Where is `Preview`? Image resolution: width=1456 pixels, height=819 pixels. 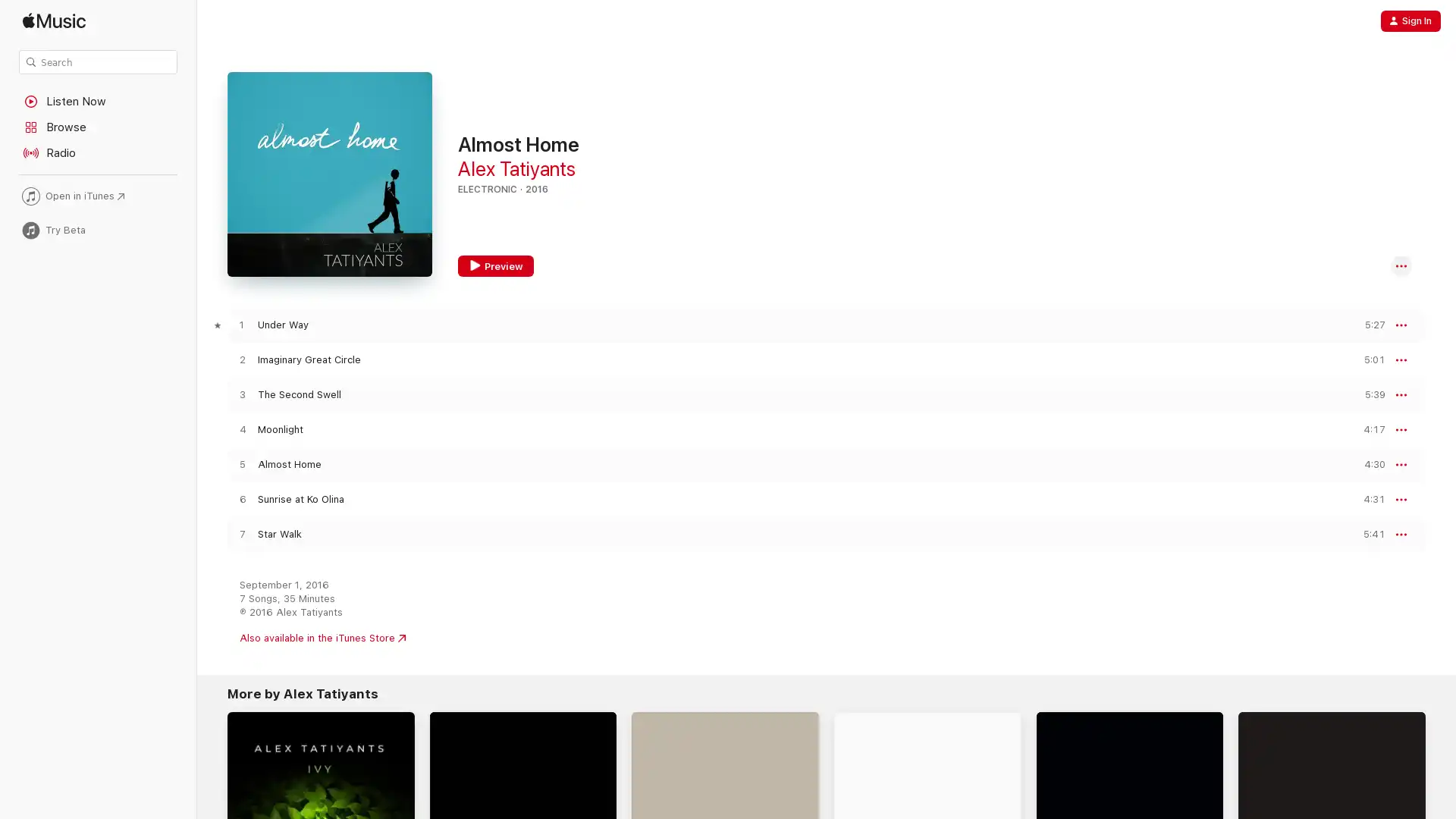 Preview is located at coordinates (1368, 533).